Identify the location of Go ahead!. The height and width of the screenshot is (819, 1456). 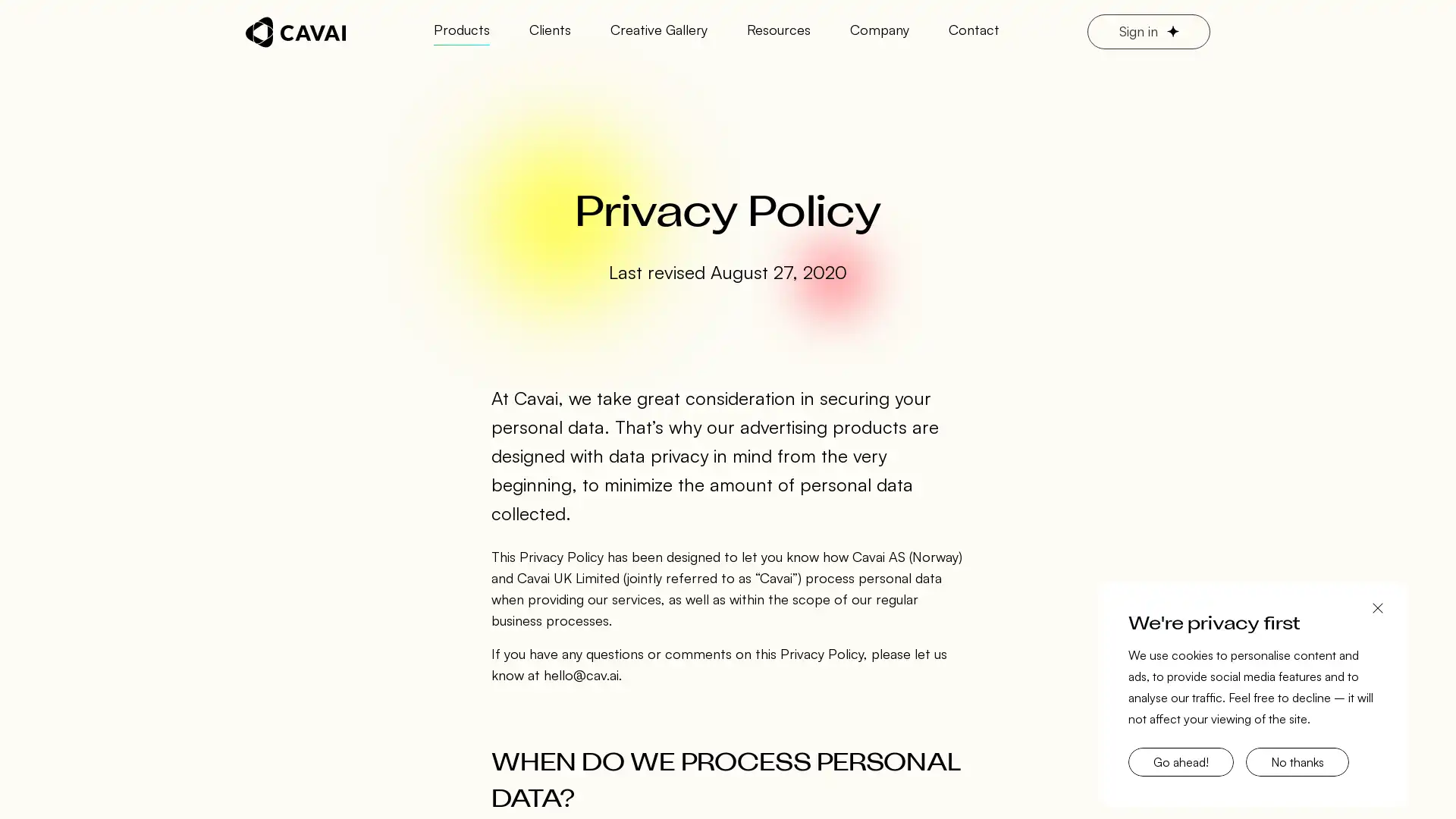
(1180, 762).